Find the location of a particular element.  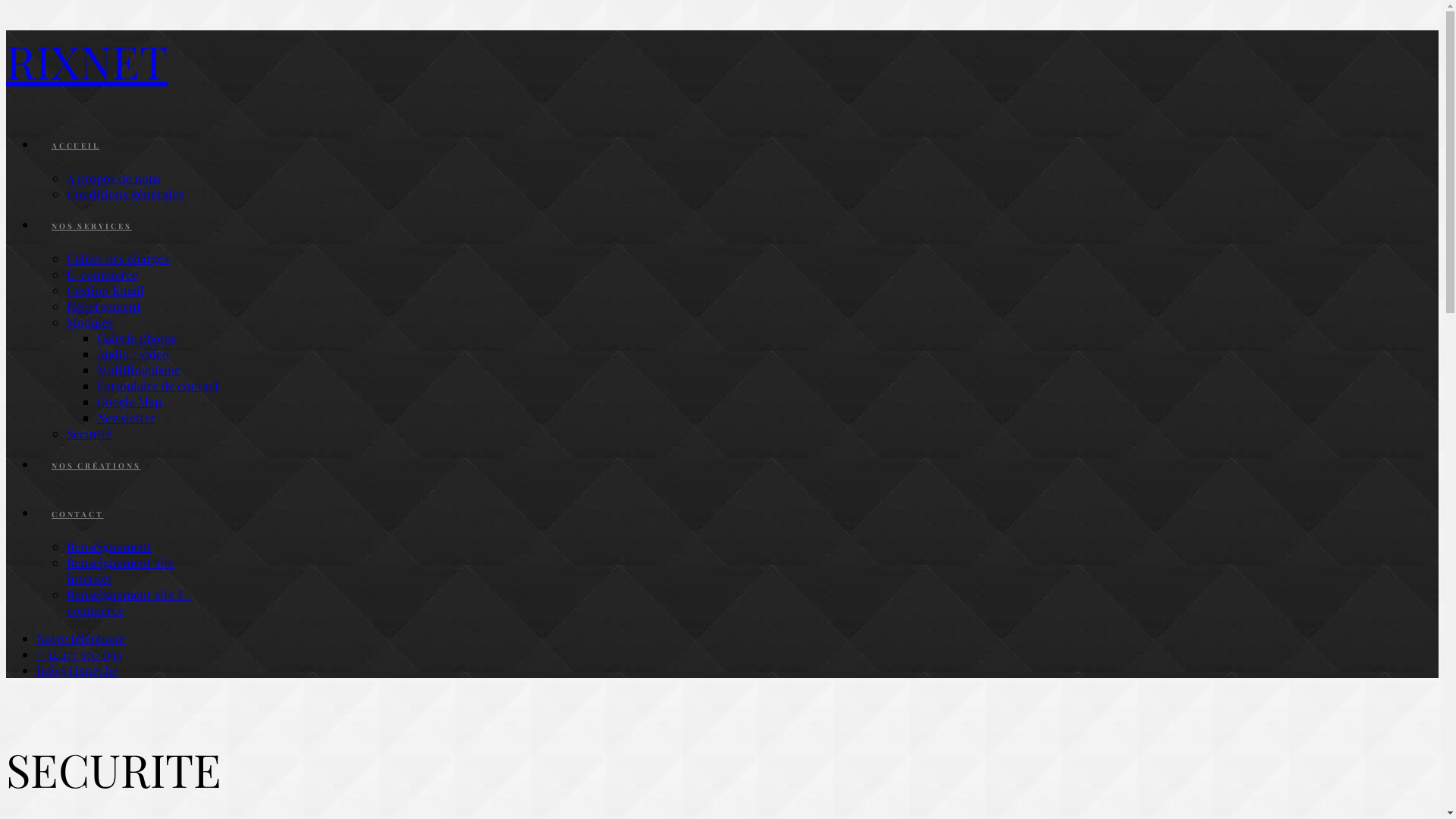

'Formulaire de contact' is located at coordinates (158, 384).